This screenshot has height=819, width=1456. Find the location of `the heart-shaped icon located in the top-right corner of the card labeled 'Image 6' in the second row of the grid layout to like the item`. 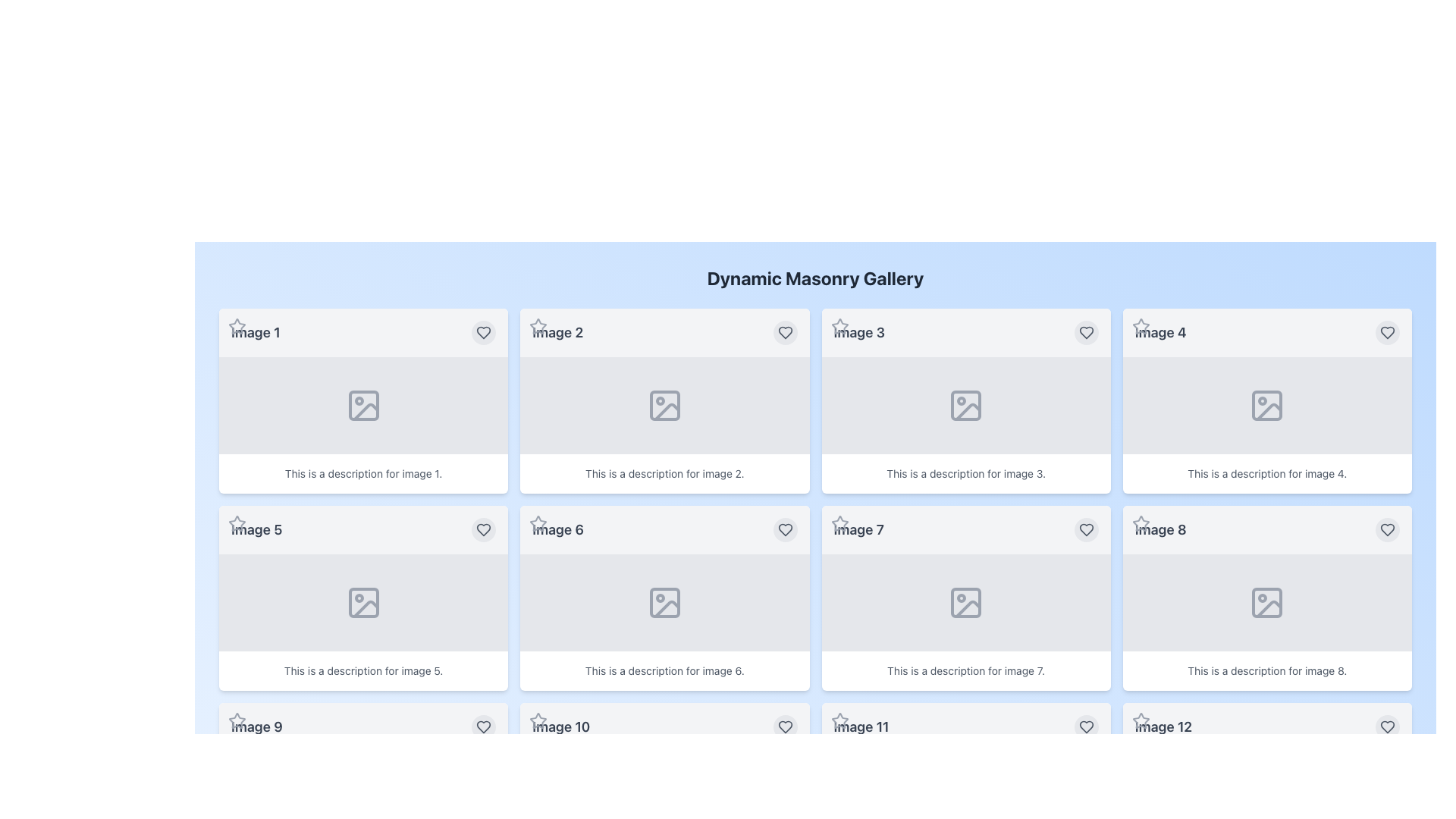

the heart-shaped icon located in the top-right corner of the card labeled 'Image 6' in the second row of the grid layout to like the item is located at coordinates (785, 726).